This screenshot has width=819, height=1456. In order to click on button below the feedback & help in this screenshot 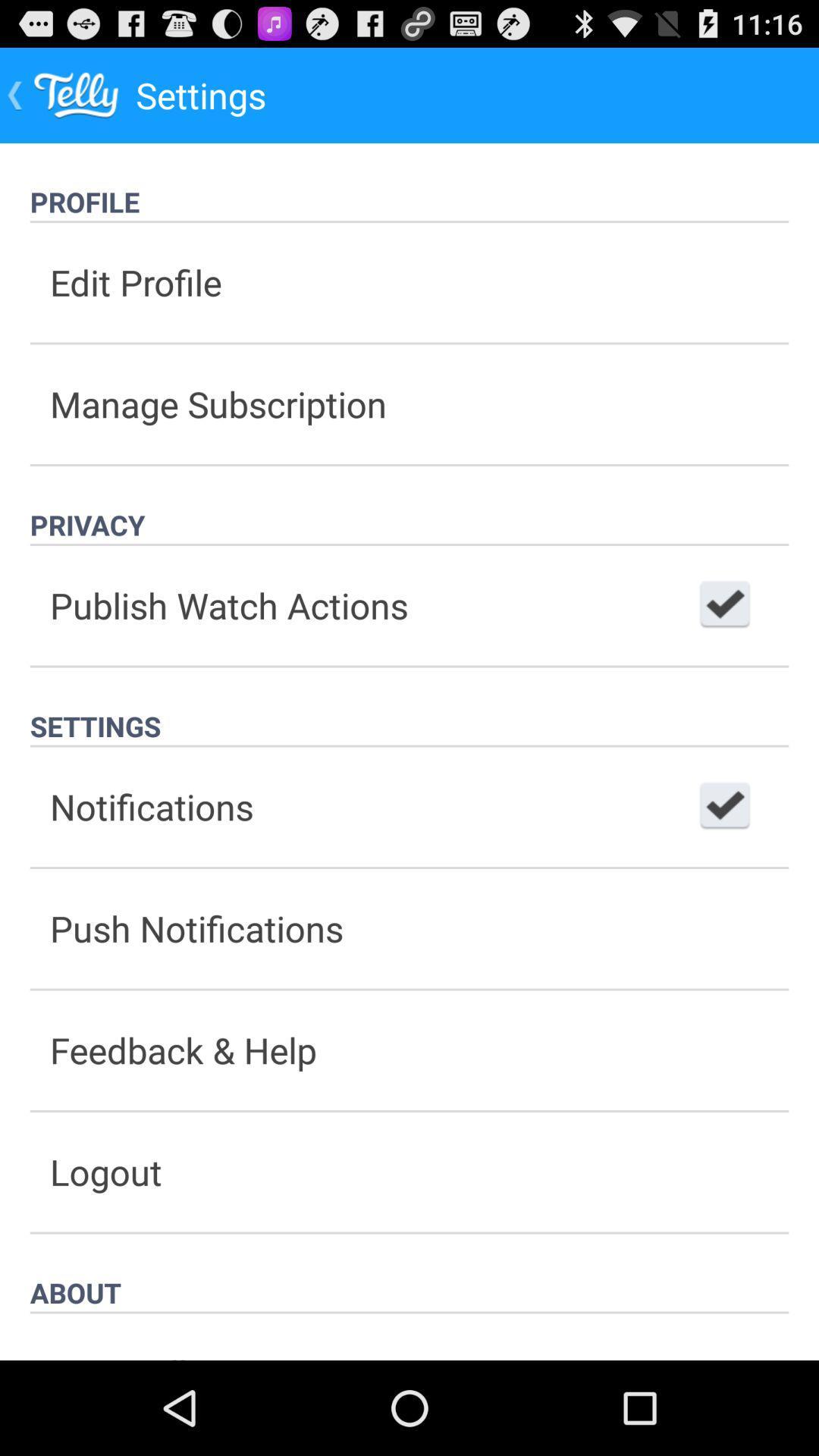, I will do `click(409, 1171)`.